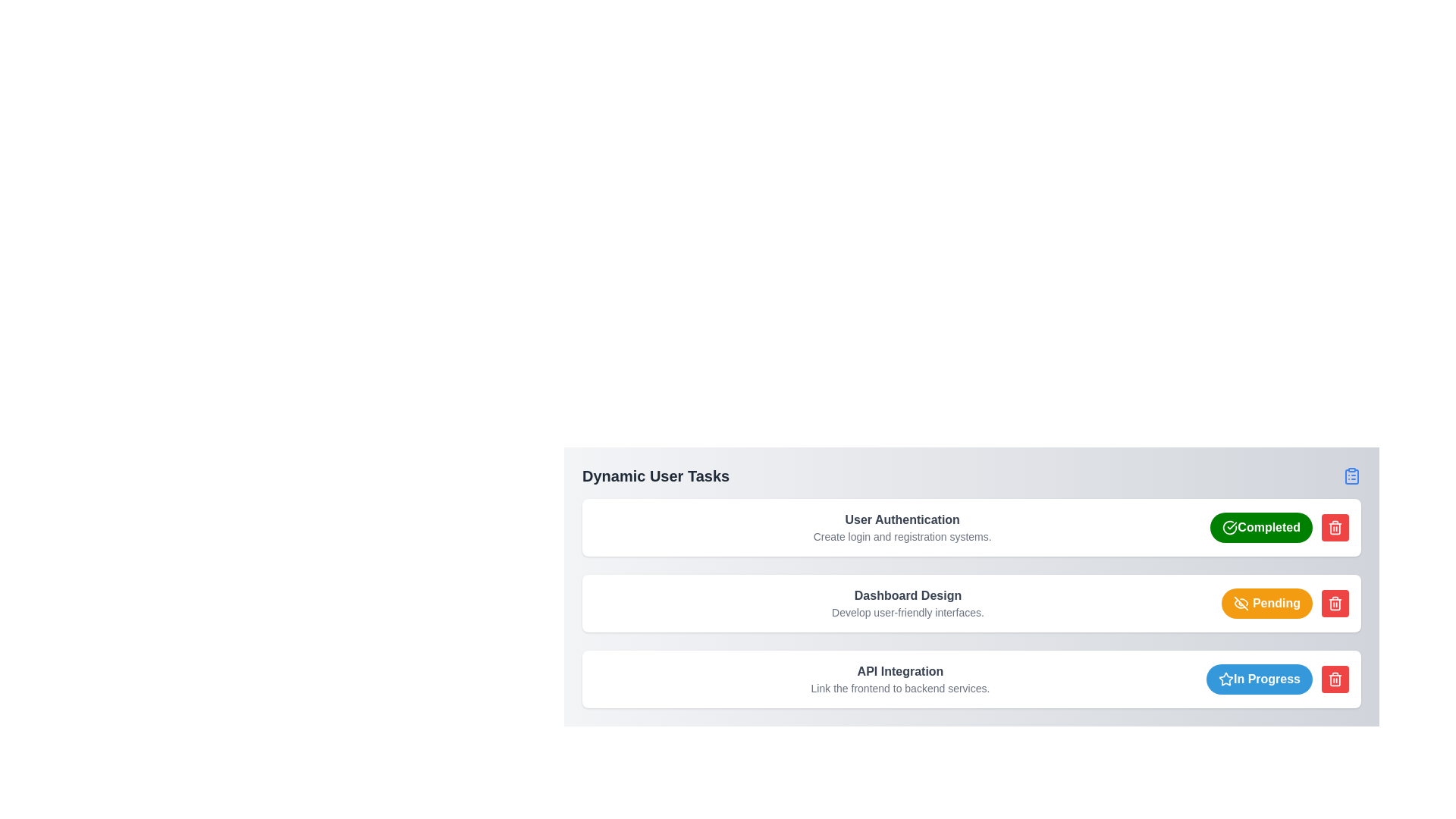  What do you see at coordinates (908, 611) in the screenshot?
I see `the Text label that serves as a descriptive subtitle for the task labeled 'Dashboard Design', located in the middle card of the task stack` at bounding box center [908, 611].